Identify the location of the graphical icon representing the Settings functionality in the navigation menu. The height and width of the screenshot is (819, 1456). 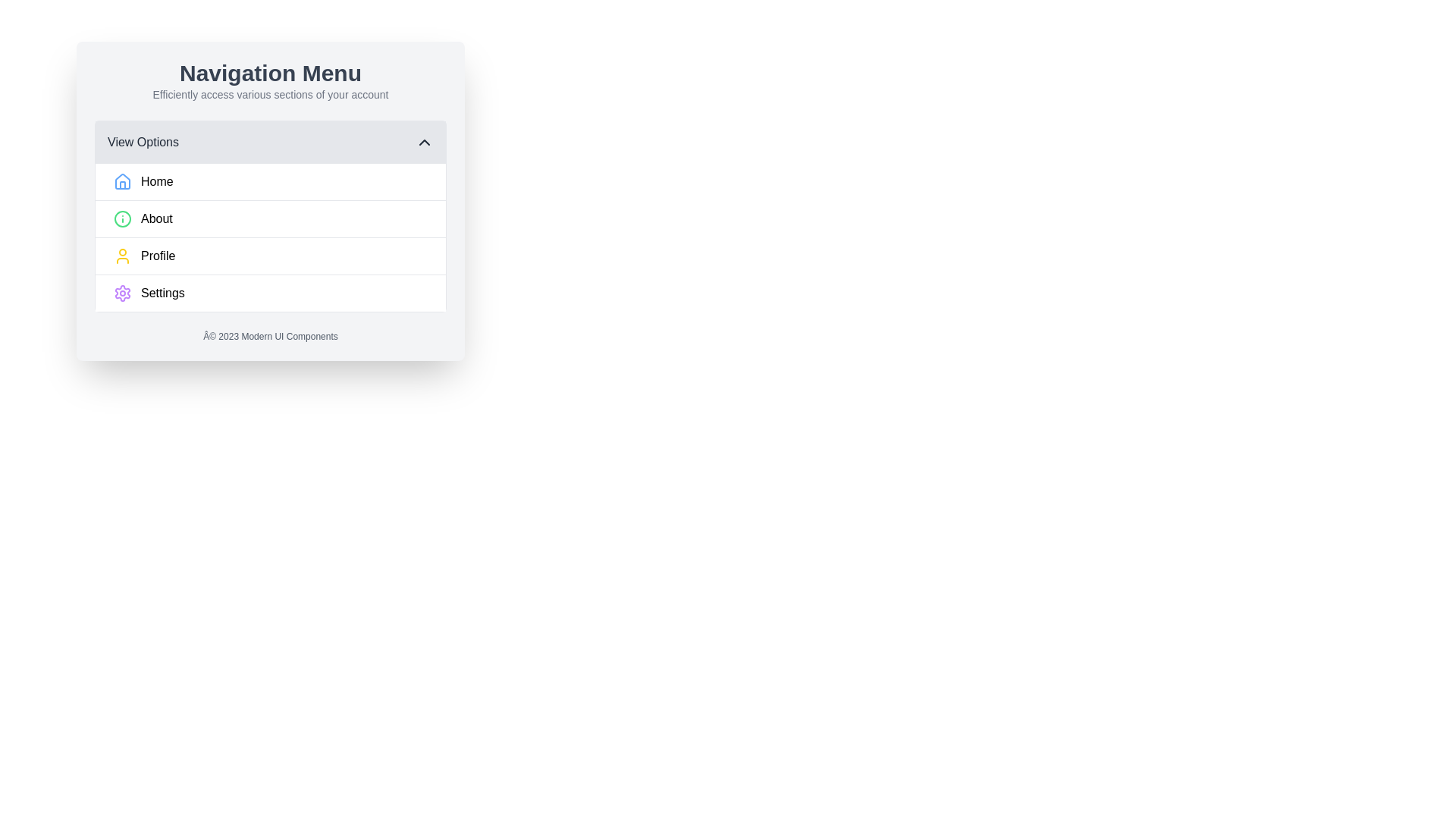
(123, 293).